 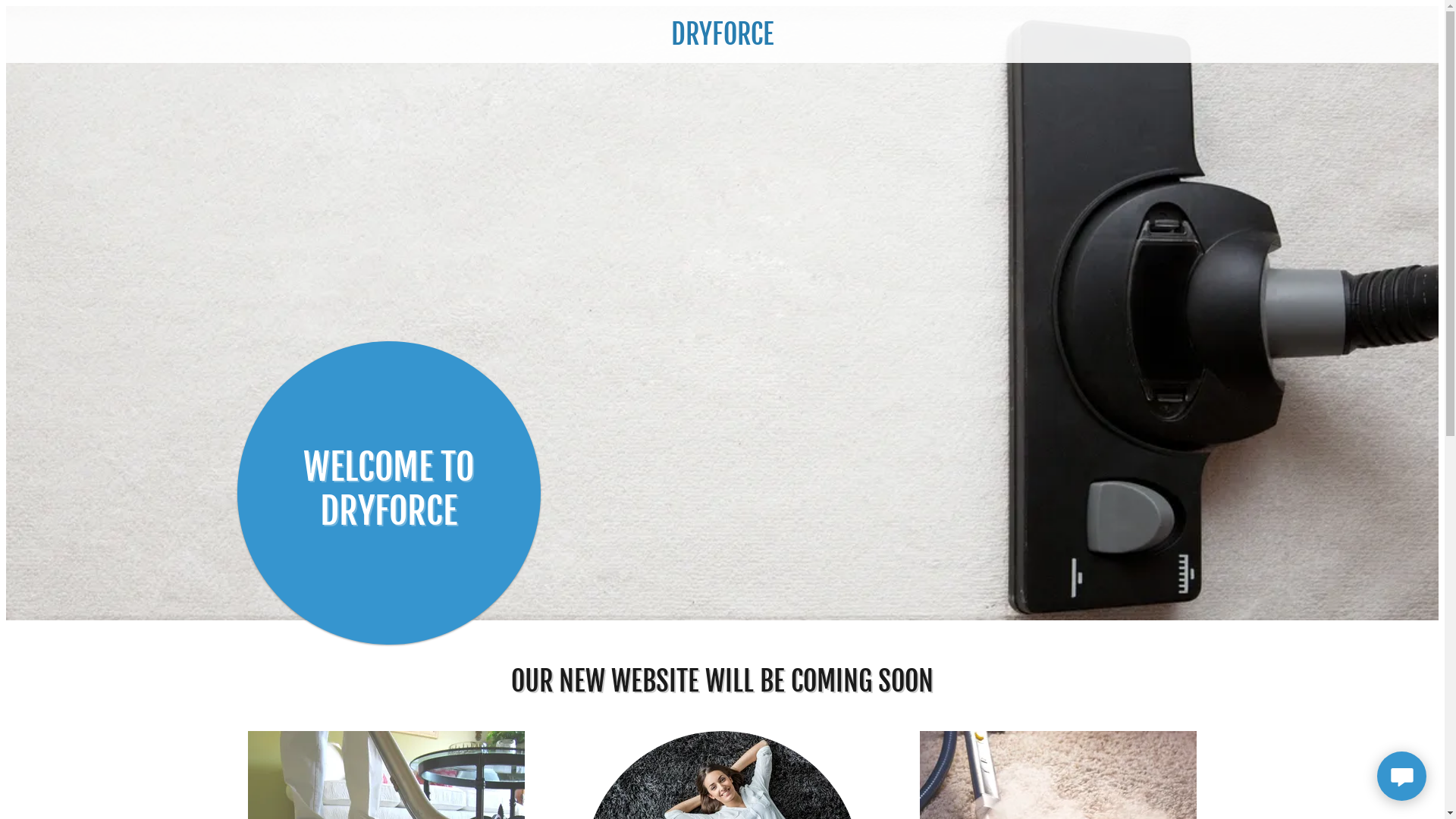 I want to click on 'DRYFORCE', so click(x=721, y=39).